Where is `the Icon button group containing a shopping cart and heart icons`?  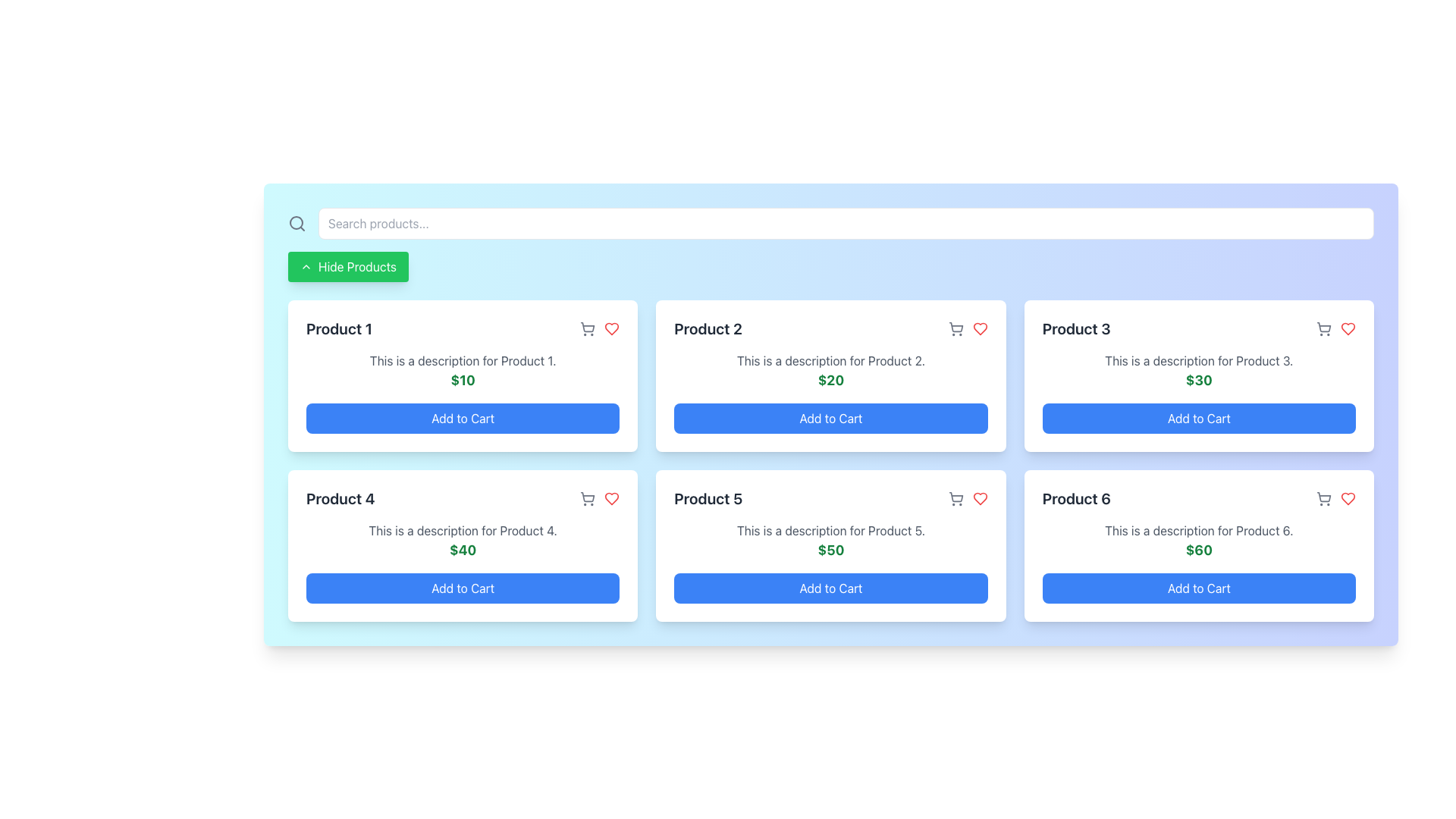 the Icon button group containing a shopping cart and heart icons is located at coordinates (599, 328).